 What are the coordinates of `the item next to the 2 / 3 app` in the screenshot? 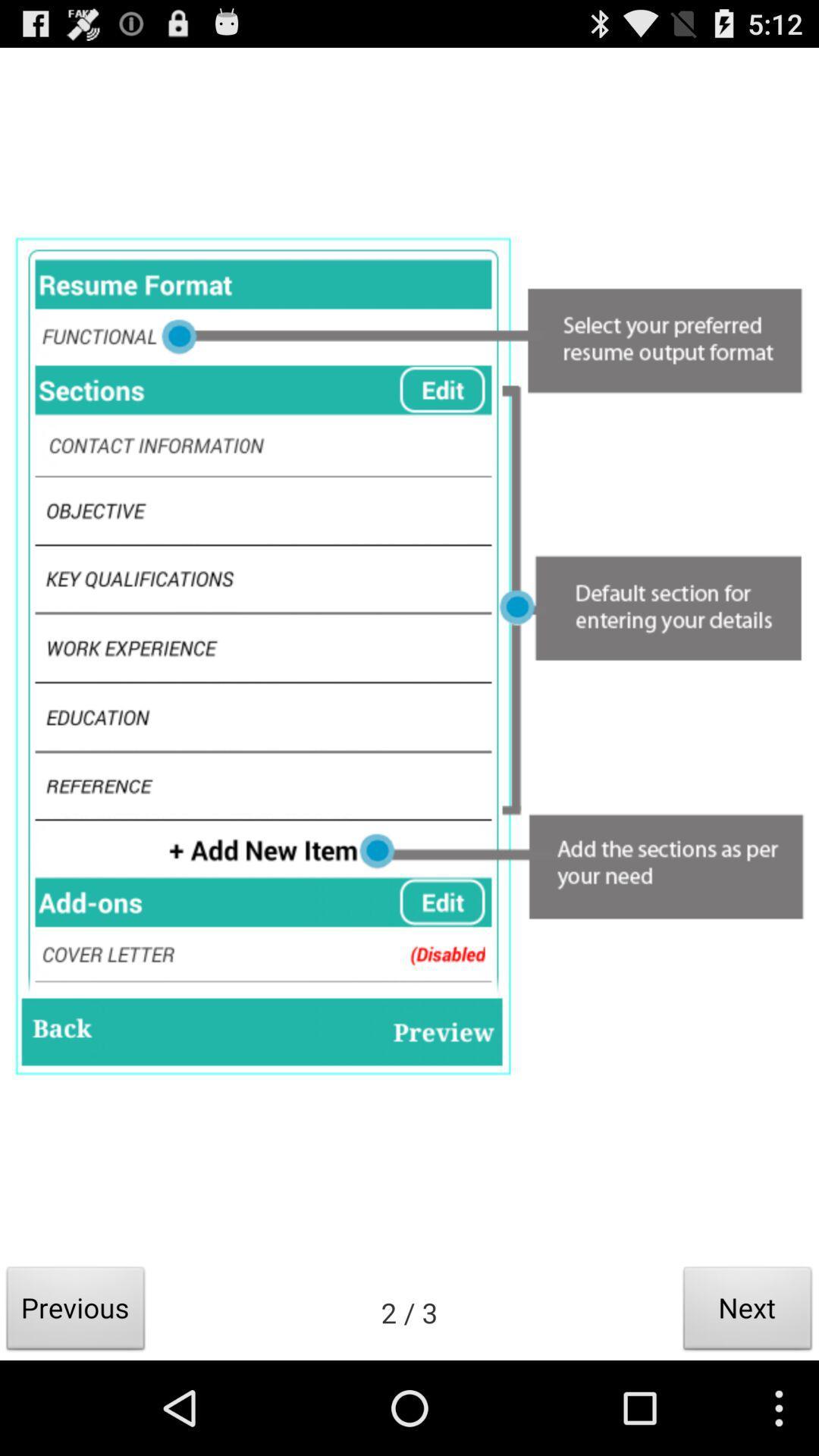 It's located at (76, 1312).